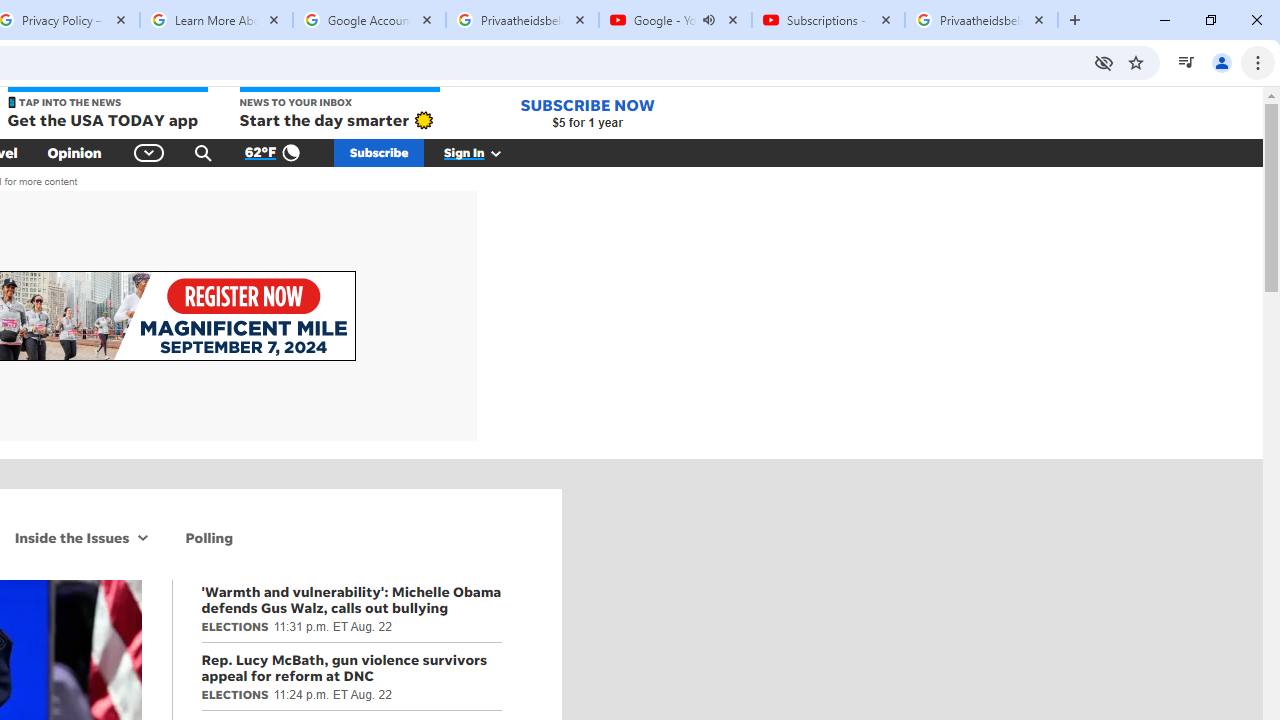 The height and width of the screenshot is (720, 1280). I want to click on 'Subscribe', so click(379, 152).